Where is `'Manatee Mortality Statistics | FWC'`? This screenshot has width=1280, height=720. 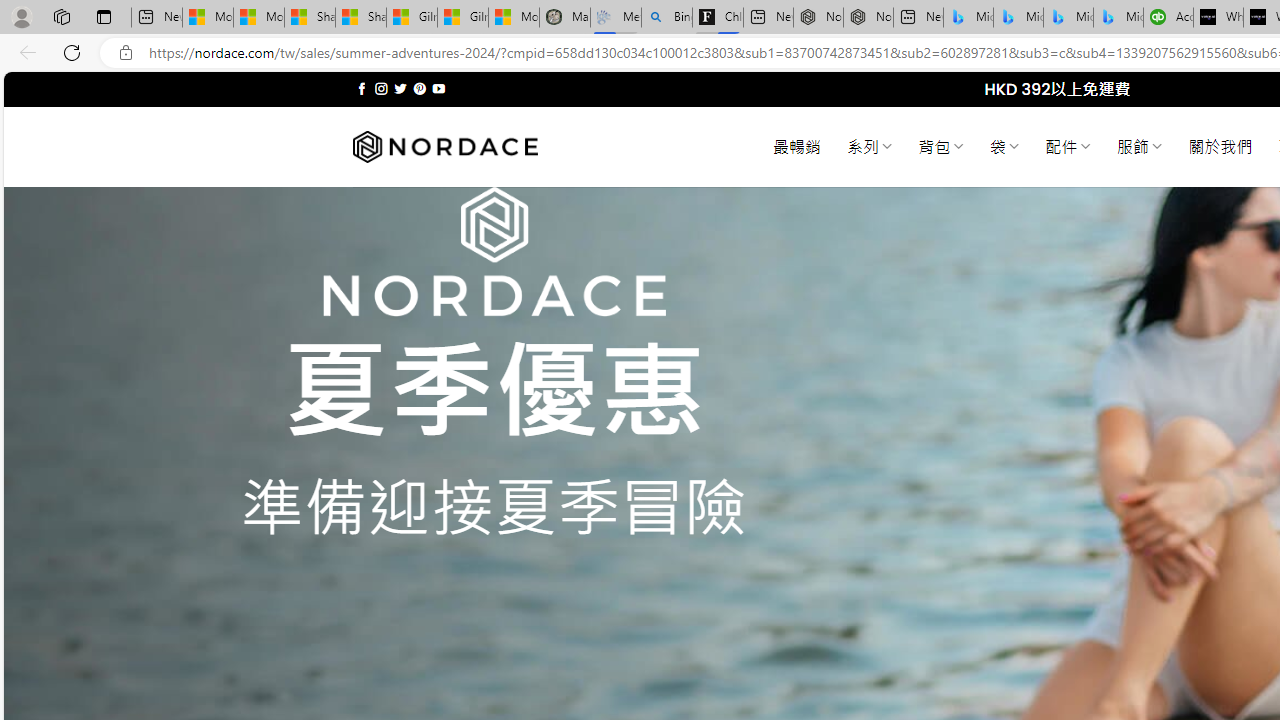
'Manatee Mortality Statistics | FWC' is located at coordinates (564, 17).